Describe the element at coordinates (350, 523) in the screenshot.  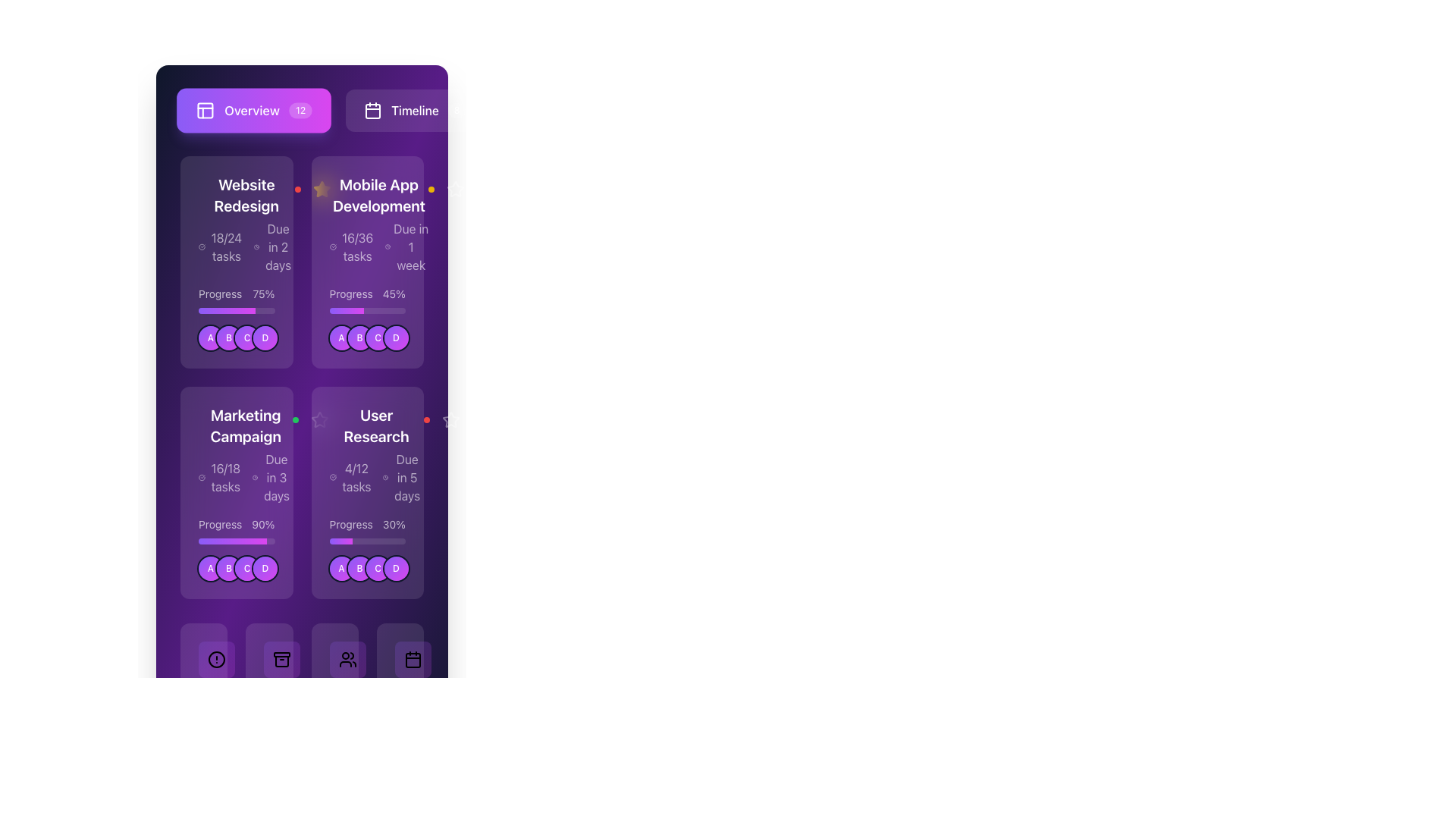
I see `the 'Progress' text label in the 'User Research' card, which displays the progress information header` at that location.